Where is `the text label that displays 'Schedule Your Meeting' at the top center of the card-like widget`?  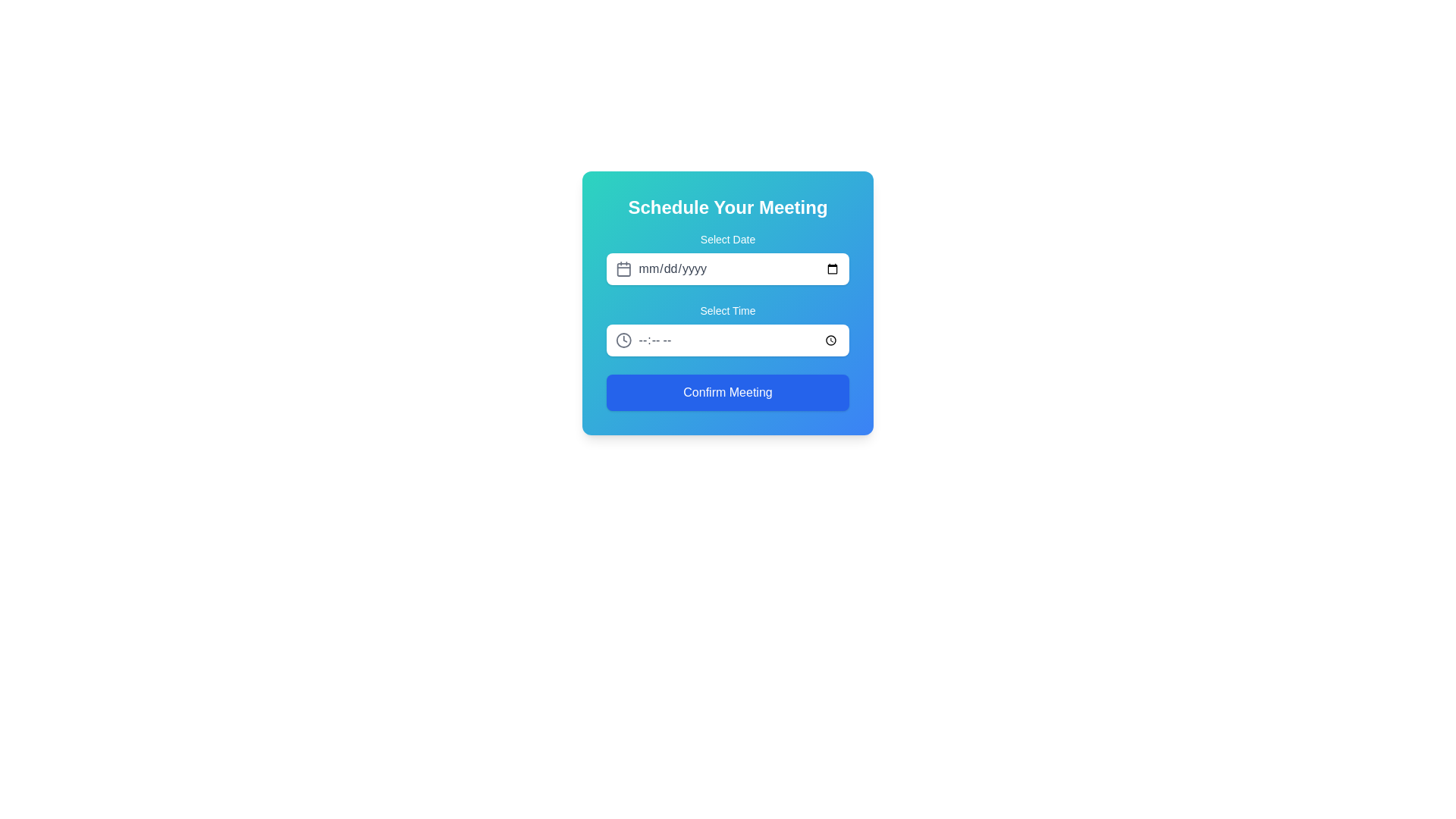
the text label that displays 'Schedule Your Meeting' at the top center of the card-like widget is located at coordinates (728, 207).